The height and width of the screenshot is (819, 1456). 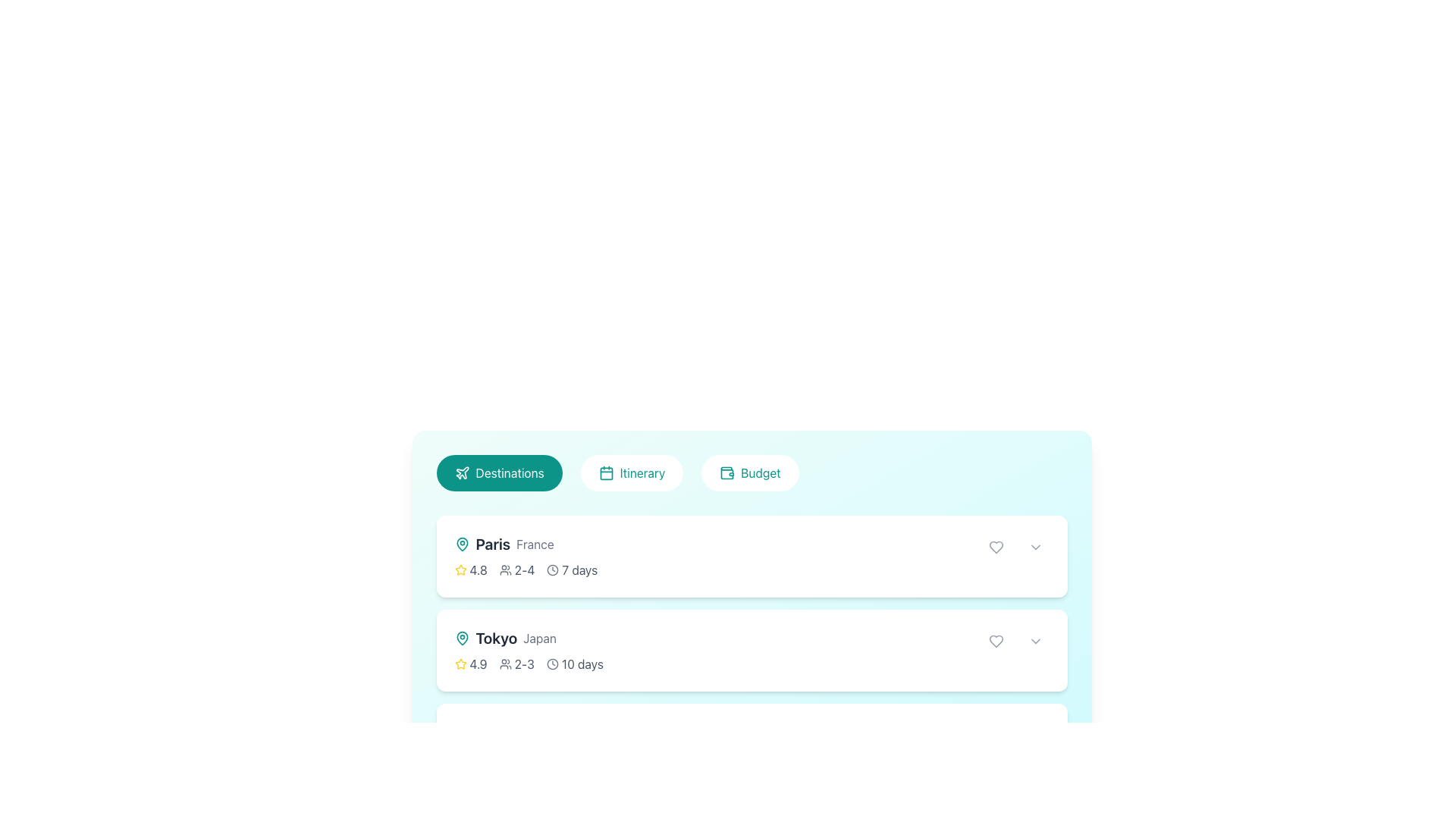 I want to click on the user icon represented by outlines of two people next to each other, located to the left of the text '2-3' in the second list item labeled 'Tokyo Japan', so click(x=505, y=663).